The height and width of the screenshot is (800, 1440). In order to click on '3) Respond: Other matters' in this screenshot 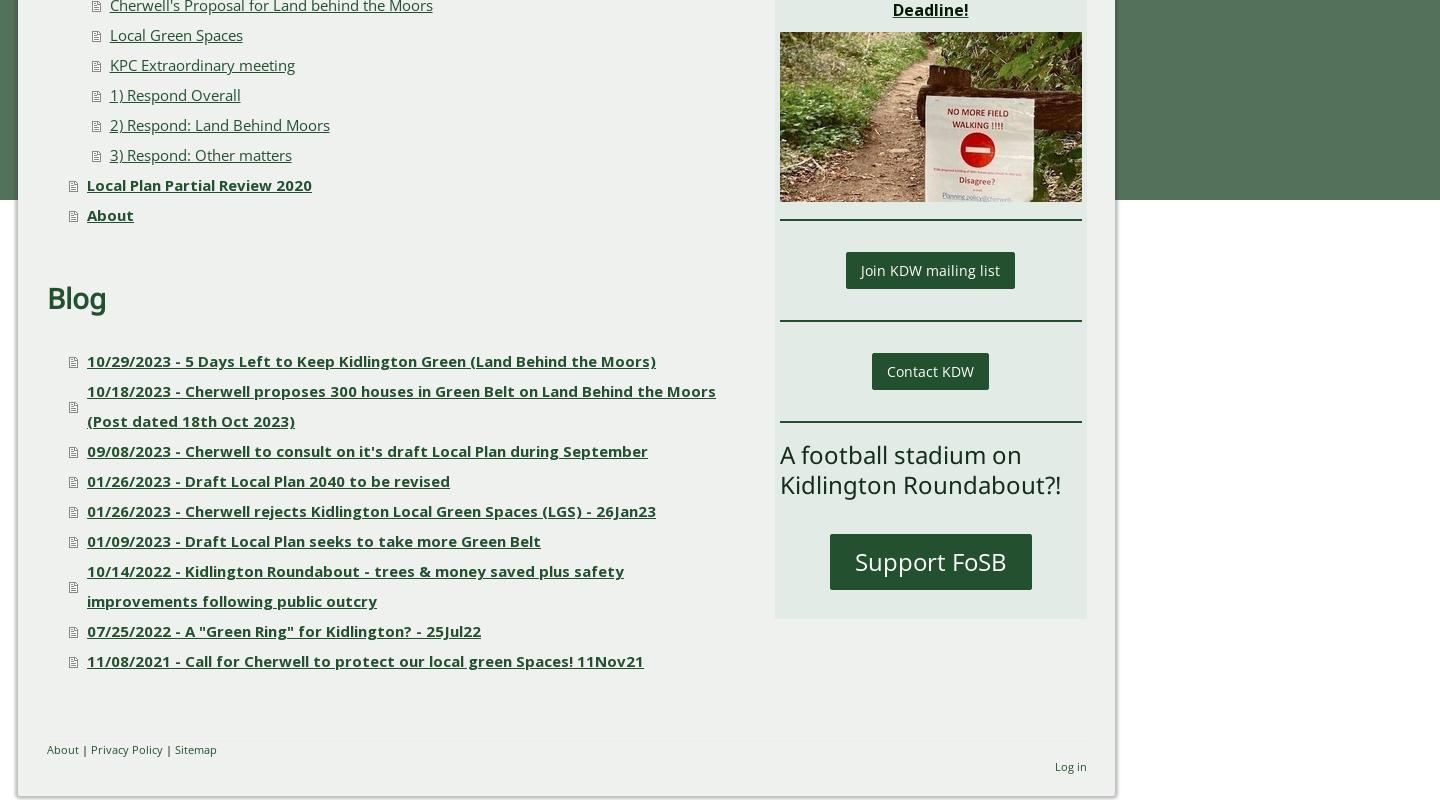, I will do `click(200, 154)`.